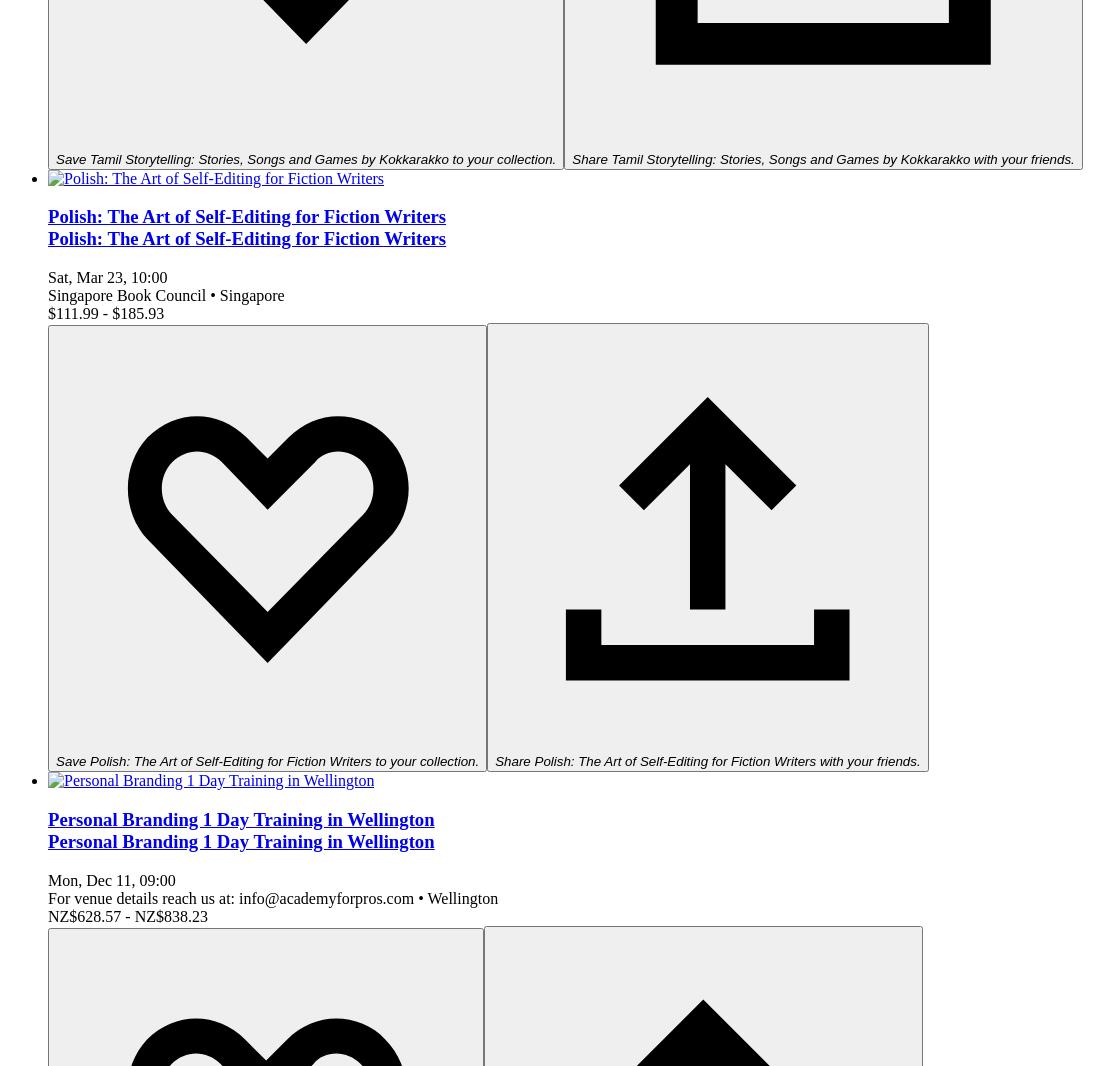 This screenshot has width=1100, height=1066. Describe the element at coordinates (823, 157) in the screenshot. I see `'Share Tamil Storytelling: Stories, Songs and Games by Kokkarakko with your friends.'` at that location.